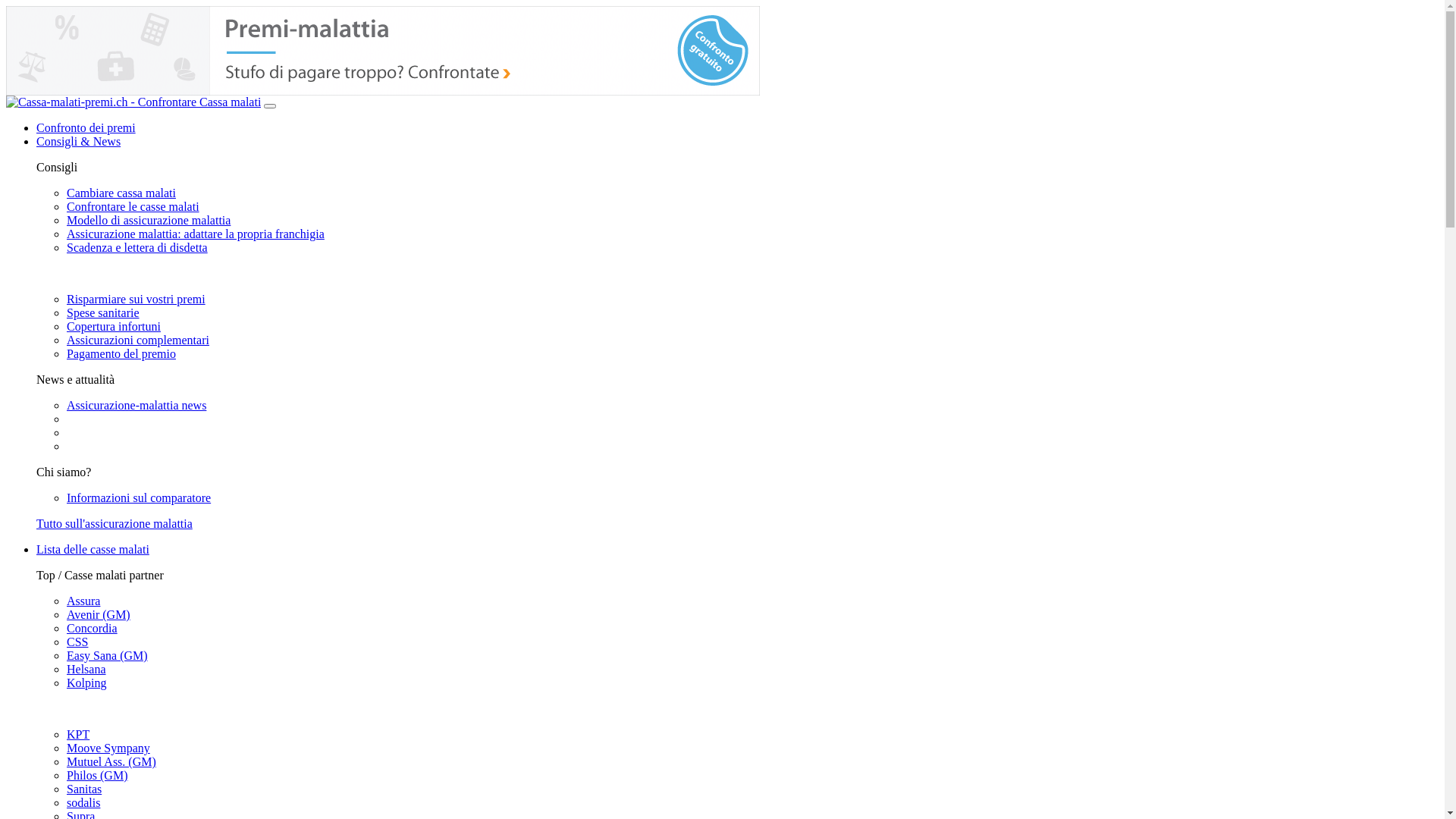 The image size is (1456, 819). Describe the element at coordinates (113, 522) in the screenshot. I see `'Tutto sull'assicurazione malattia'` at that location.